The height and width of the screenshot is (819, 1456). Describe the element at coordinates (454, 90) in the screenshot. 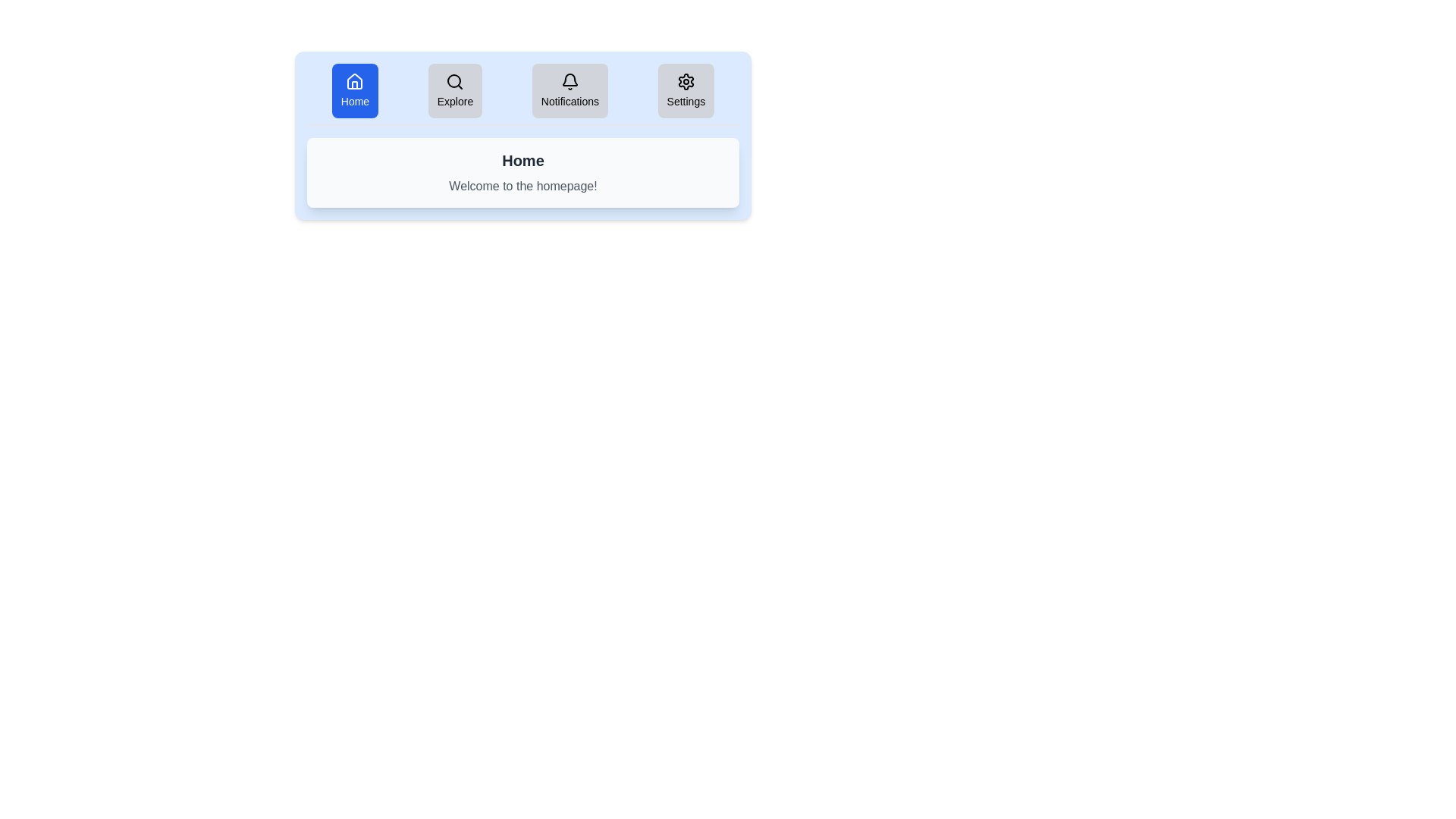

I see `the tab labeled Explore` at that location.